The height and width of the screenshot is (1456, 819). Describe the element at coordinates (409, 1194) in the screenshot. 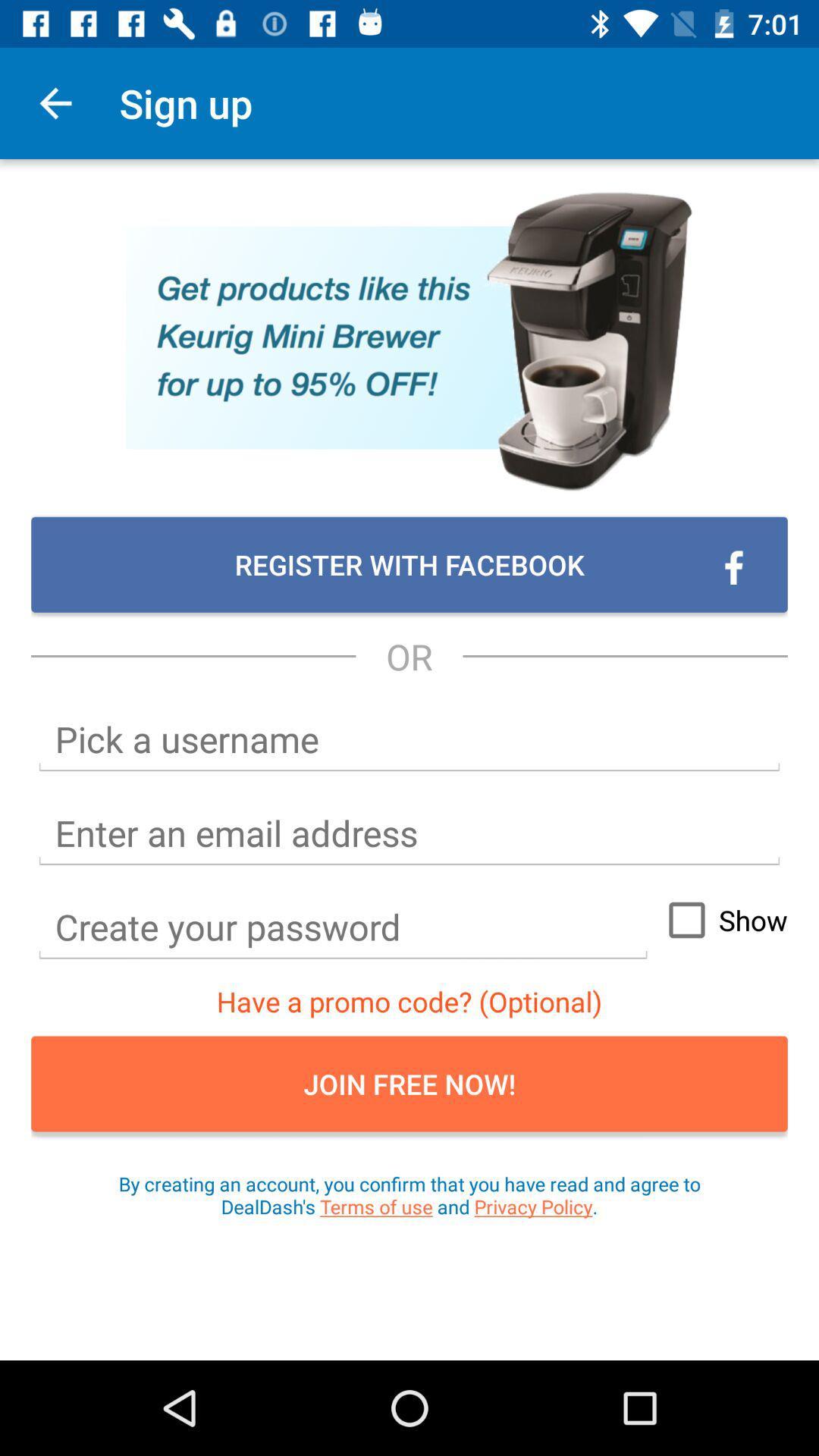

I see `the icon below join free now! item` at that location.